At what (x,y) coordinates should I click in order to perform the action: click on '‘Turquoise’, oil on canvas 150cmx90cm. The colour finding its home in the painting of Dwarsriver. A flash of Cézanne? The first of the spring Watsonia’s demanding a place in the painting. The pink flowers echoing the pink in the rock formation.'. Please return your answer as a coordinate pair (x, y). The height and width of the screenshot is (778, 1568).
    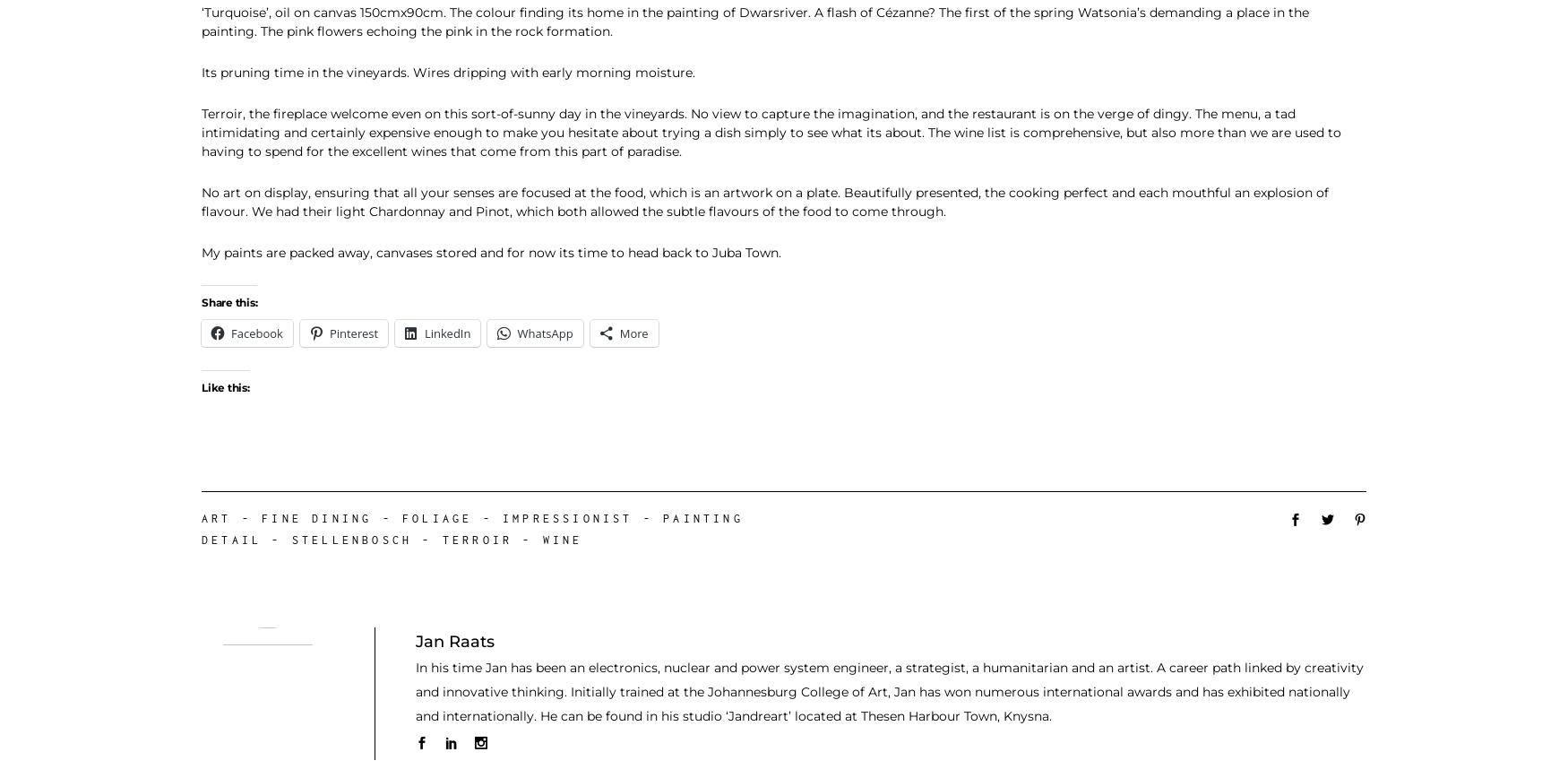
    Looking at the image, I should click on (202, 21).